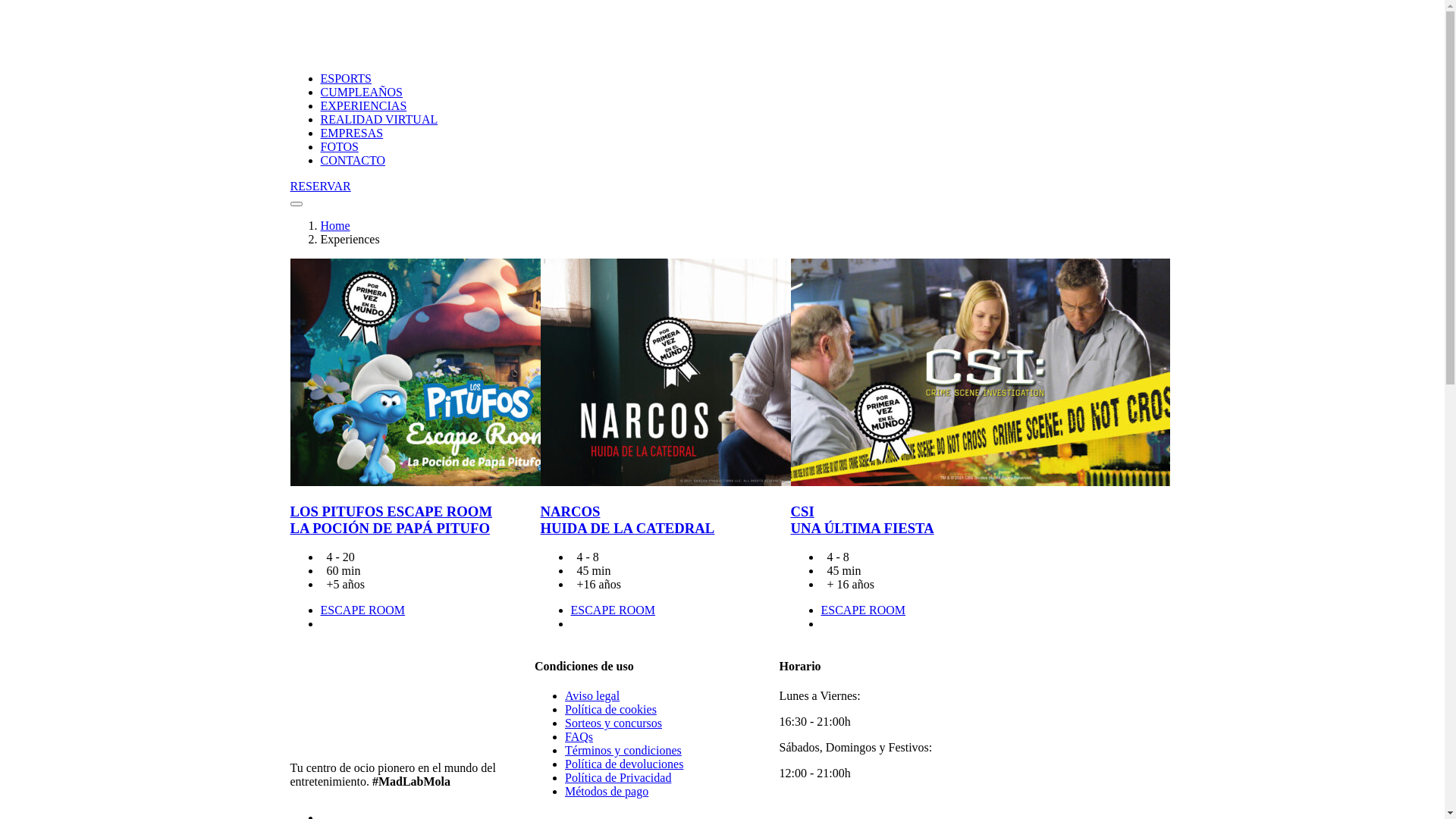 The width and height of the screenshot is (1456, 819). Describe the element at coordinates (350, 132) in the screenshot. I see `'EMPRESAS'` at that location.